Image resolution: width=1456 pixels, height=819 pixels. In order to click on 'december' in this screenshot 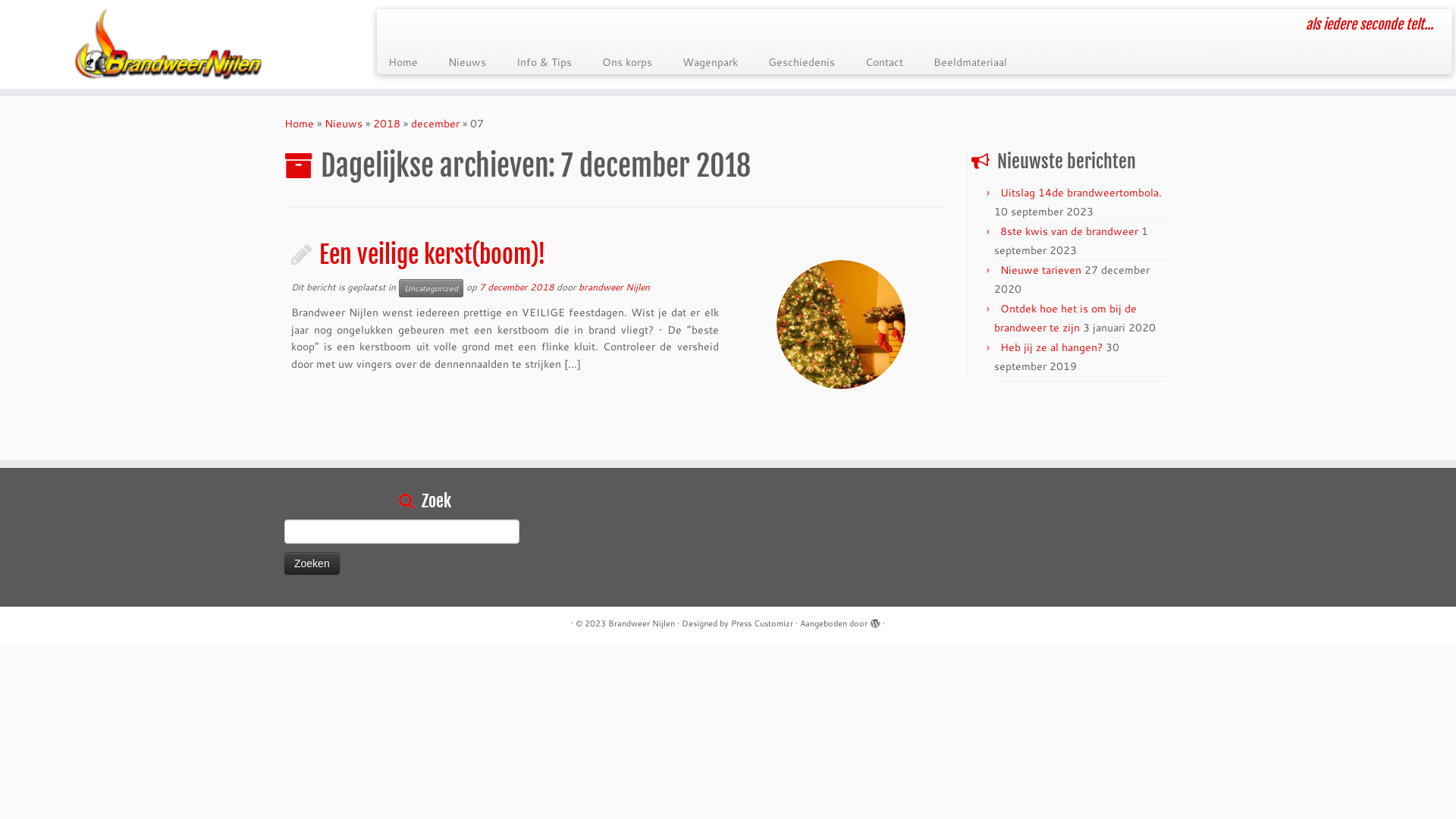, I will do `click(411, 122)`.